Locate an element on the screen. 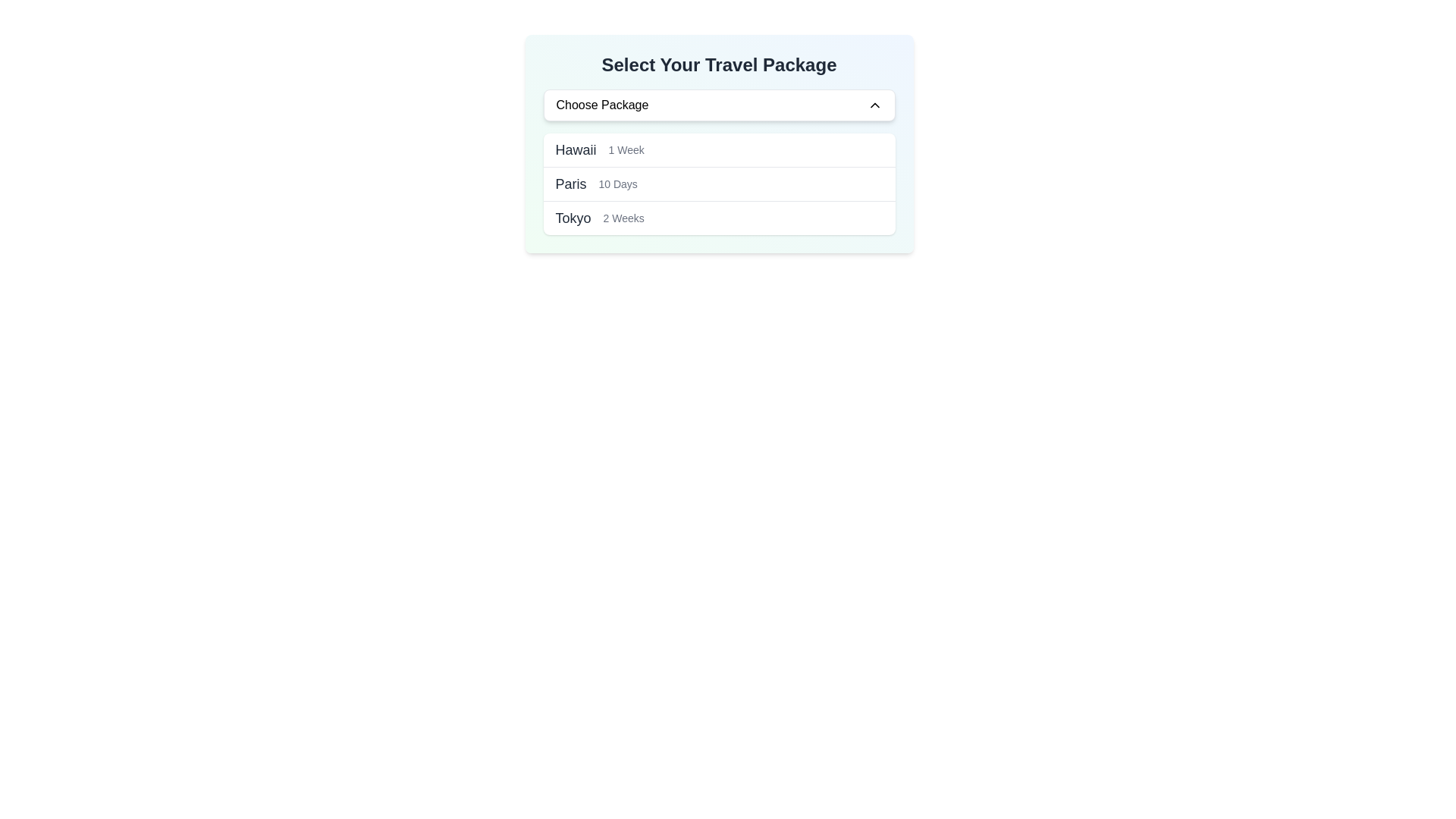 This screenshot has height=819, width=1456. text label providing additional information about the duration associated with the travel destination 'Paris', which is positioned to the right of 'Paris' in the travel options list is located at coordinates (618, 184).